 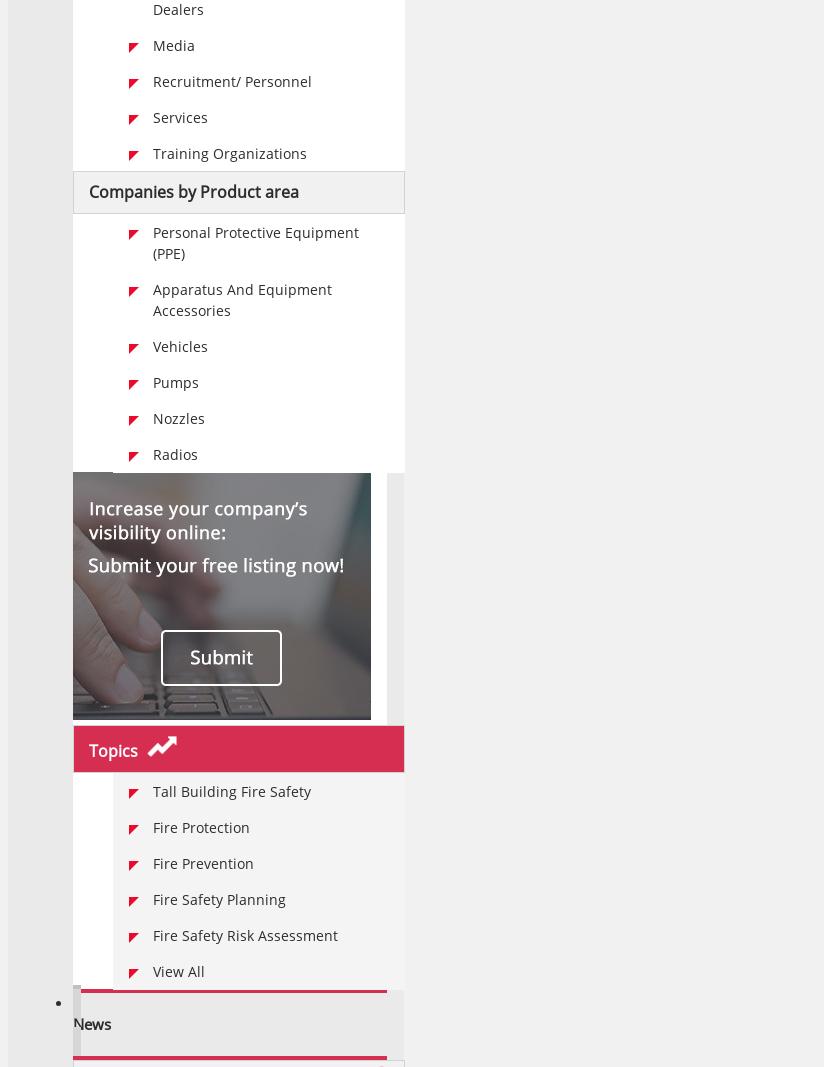 What do you see at coordinates (218, 899) in the screenshot?
I see `'Fire Safety Planning'` at bounding box center [218, 899].